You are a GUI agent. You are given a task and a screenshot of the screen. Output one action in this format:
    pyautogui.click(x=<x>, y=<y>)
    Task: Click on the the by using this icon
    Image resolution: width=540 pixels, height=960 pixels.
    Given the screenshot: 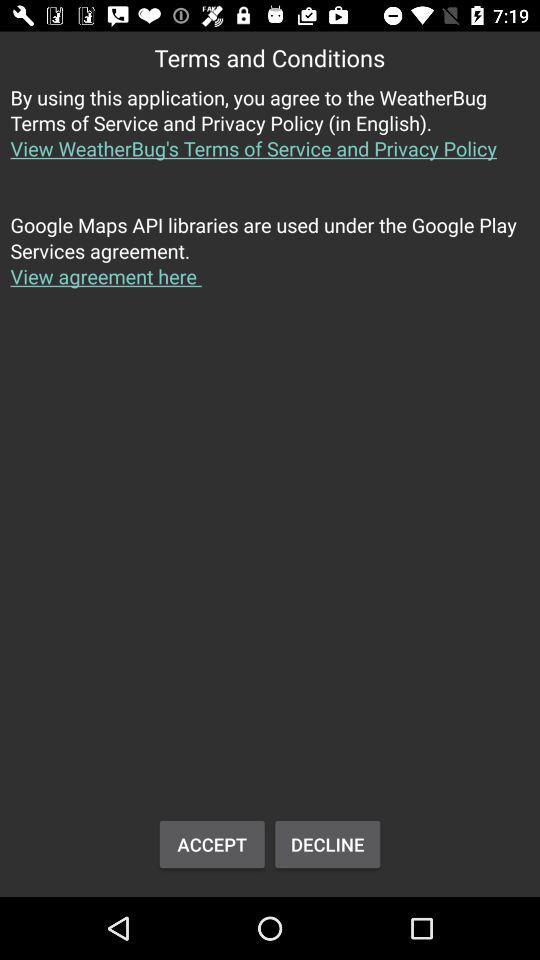 What is the action you would take?
    pyautogui.click(x=270, y=133)
    